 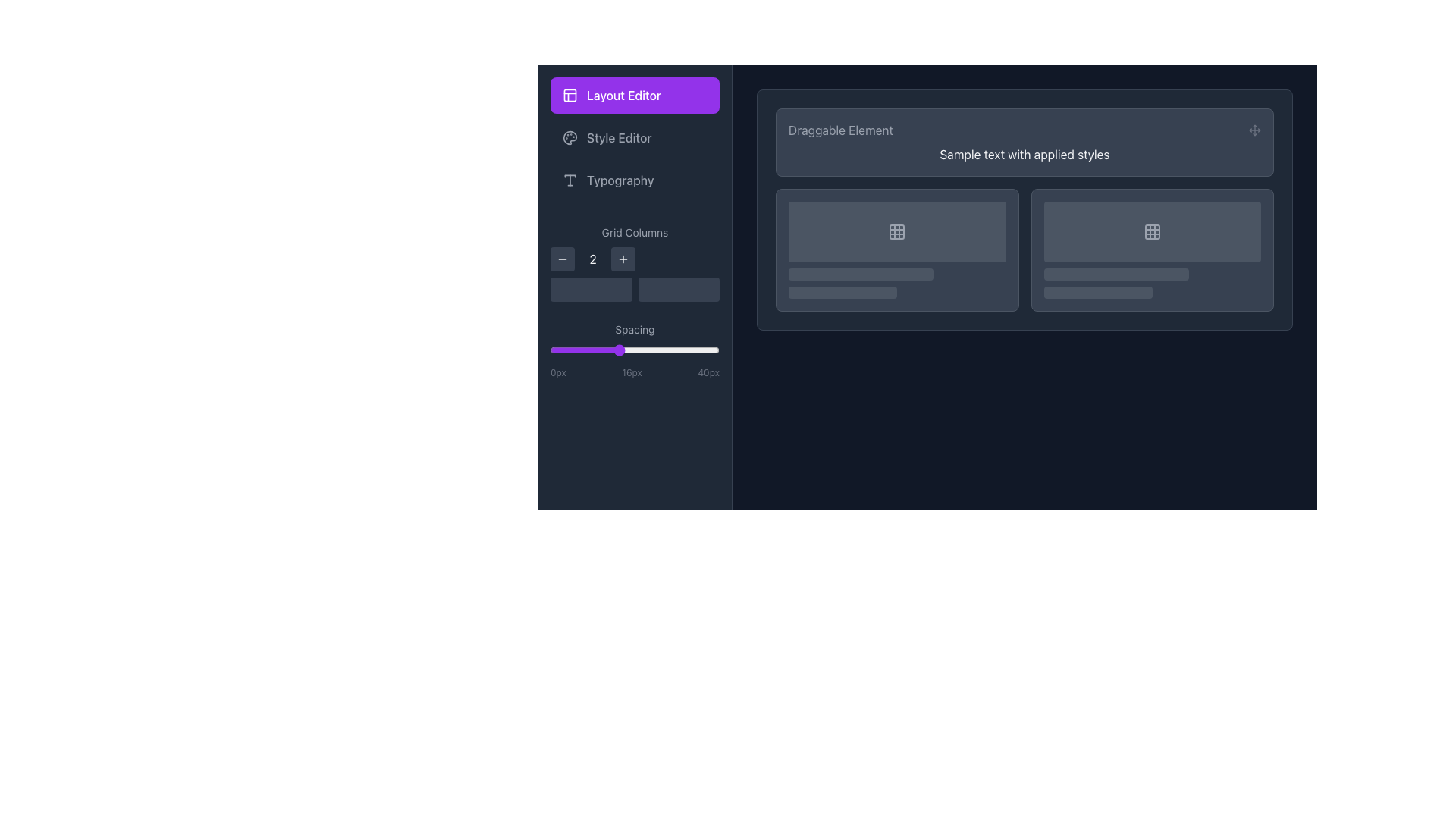 I want to click on the spacing value, so click(x=706, y=350).